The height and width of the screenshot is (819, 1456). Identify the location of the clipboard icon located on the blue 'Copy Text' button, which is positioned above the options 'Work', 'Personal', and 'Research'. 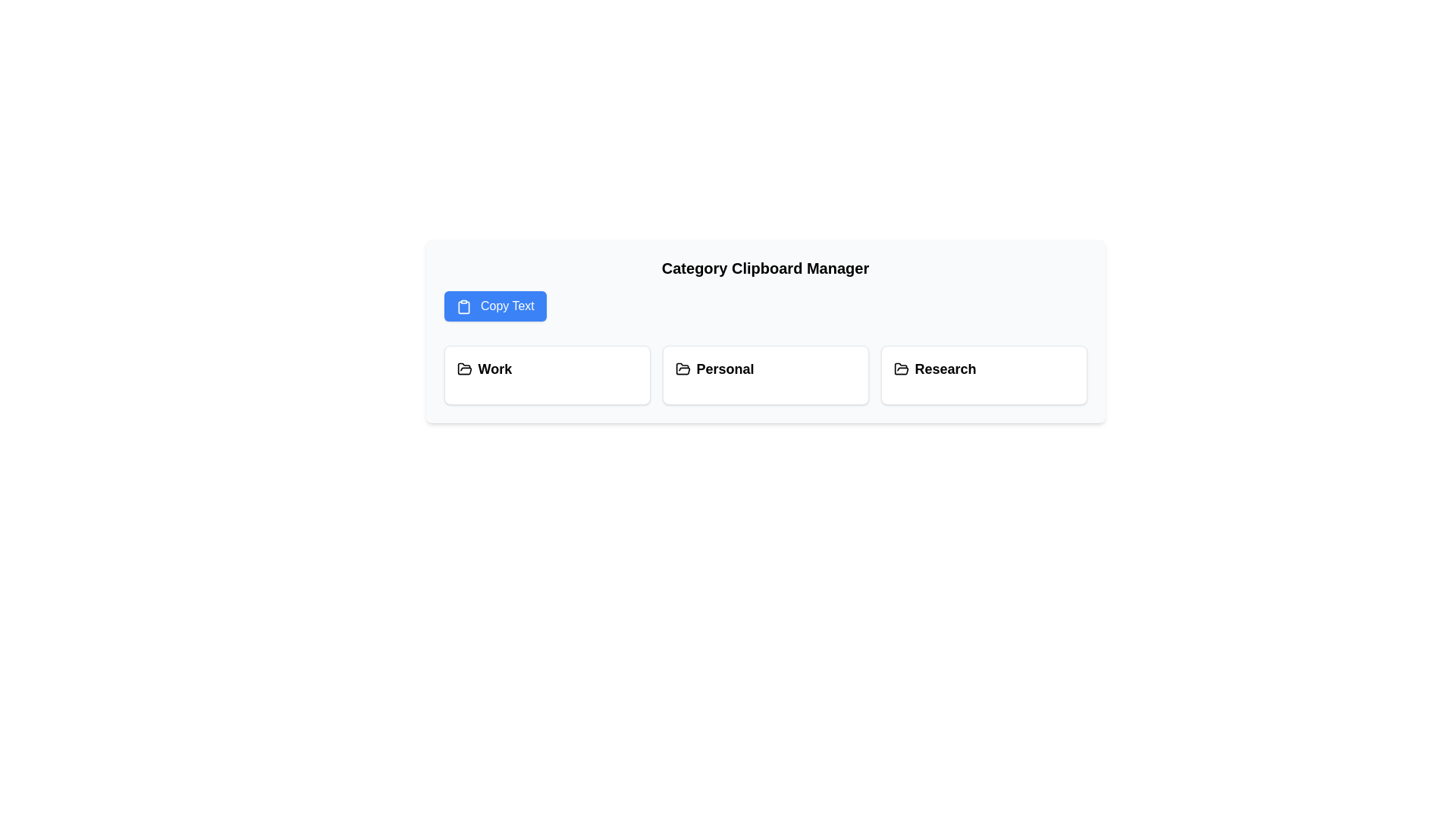
(463, 306).